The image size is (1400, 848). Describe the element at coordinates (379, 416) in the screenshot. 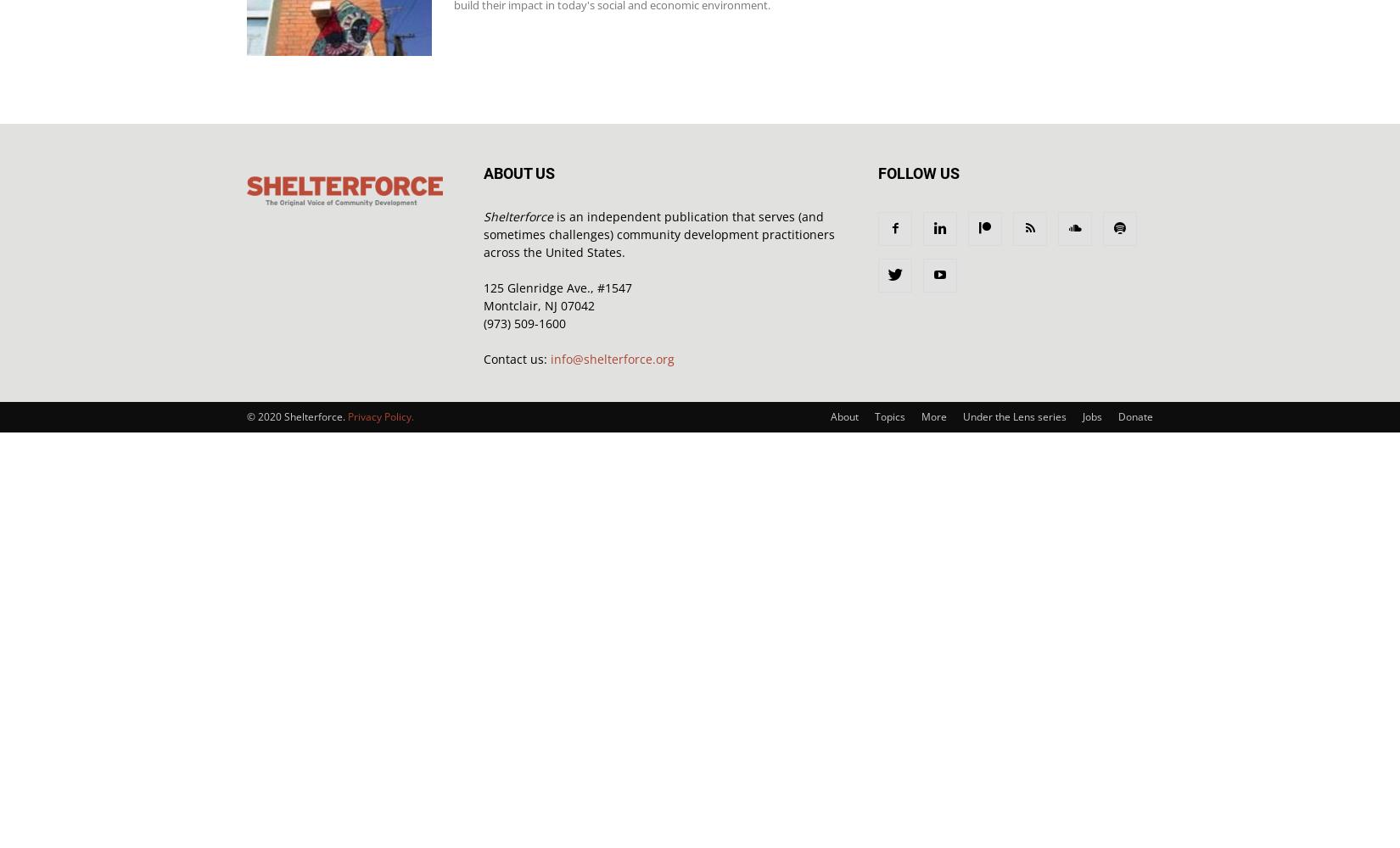

I see `'Privacy Policy.'` at that location.